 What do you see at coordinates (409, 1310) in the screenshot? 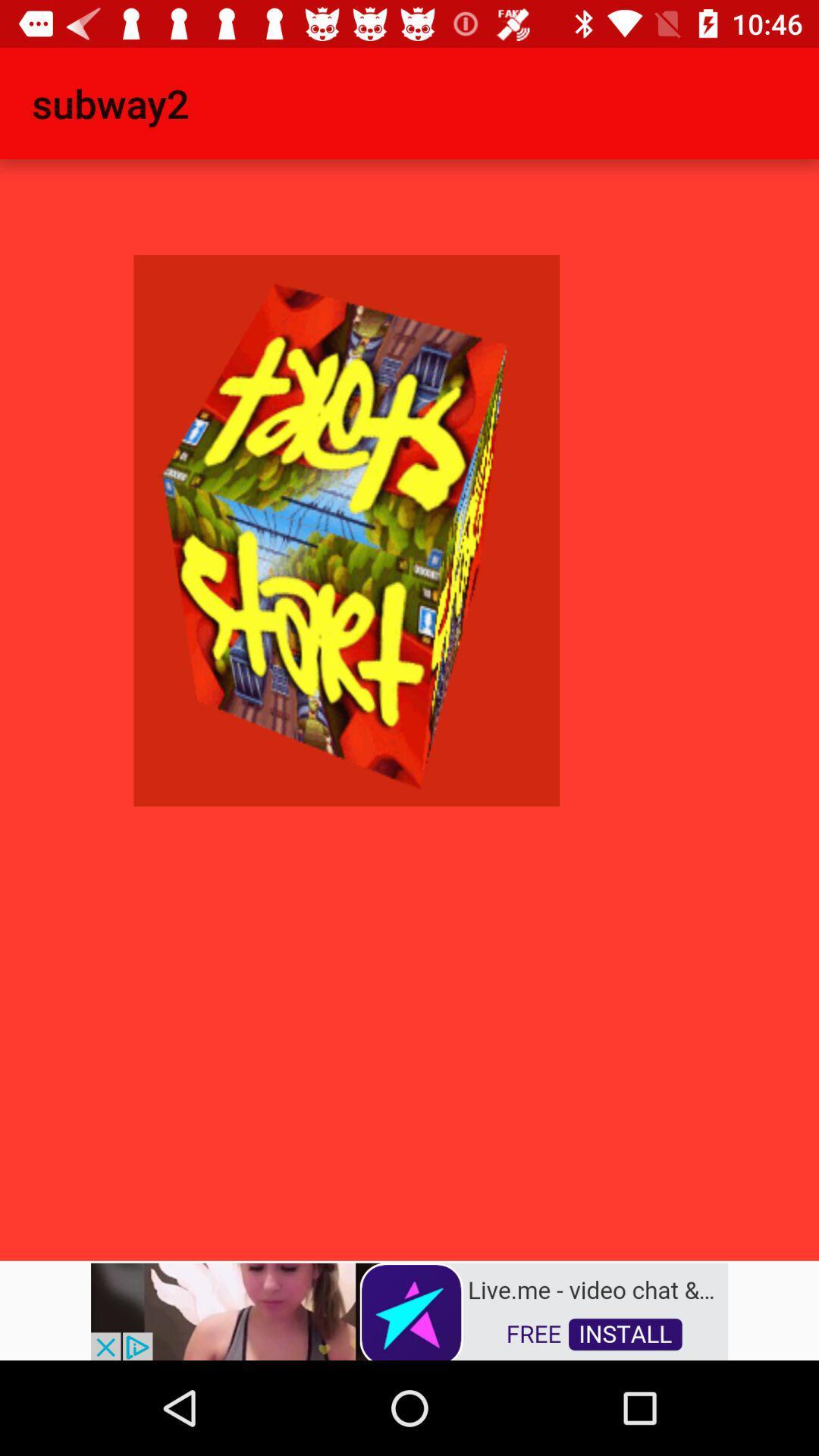
I see `advertisement` at bounding box center [409, 1310].